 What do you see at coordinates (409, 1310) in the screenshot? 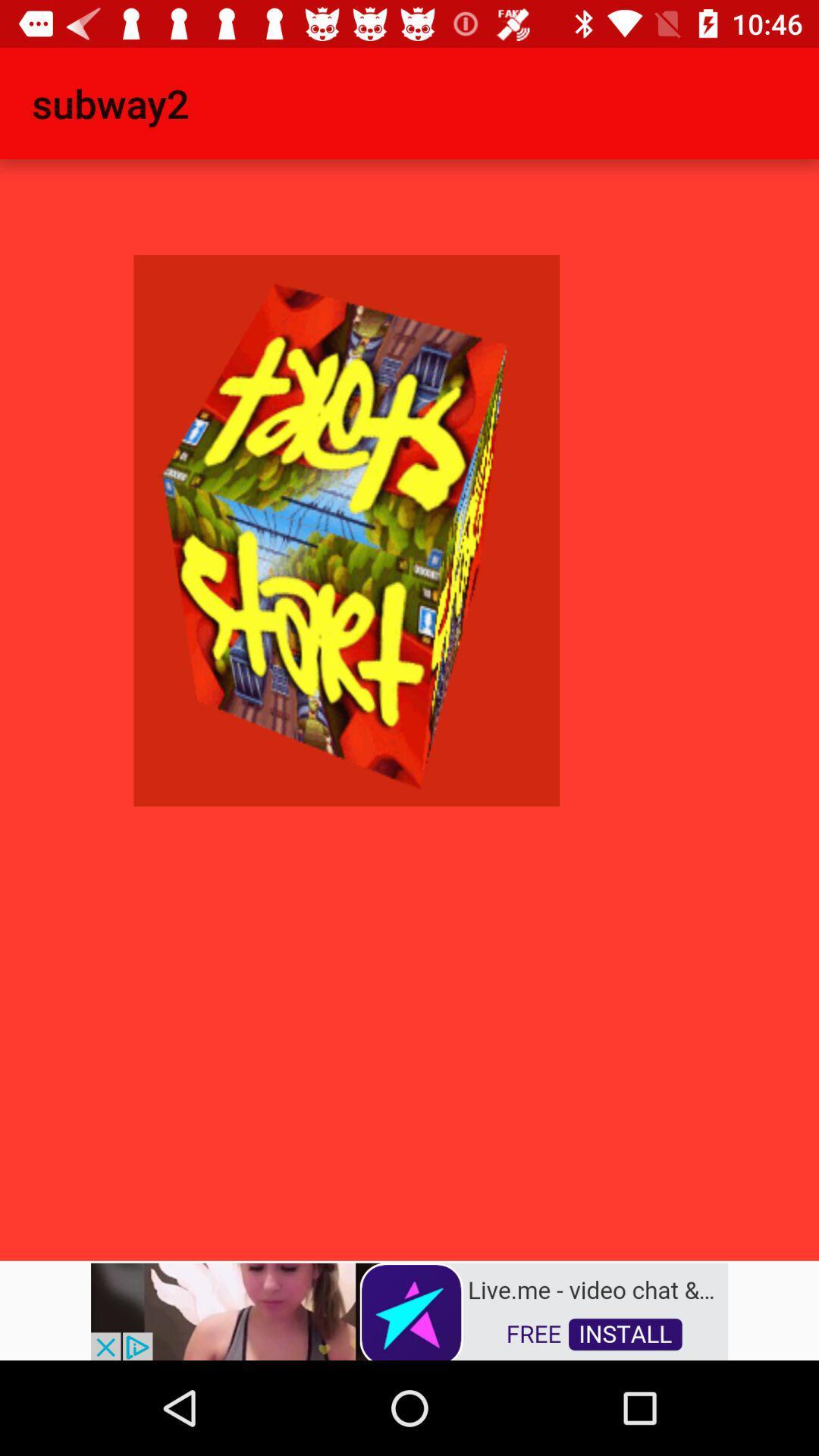
I see `advertisement` at bounding box center [409, 1310].